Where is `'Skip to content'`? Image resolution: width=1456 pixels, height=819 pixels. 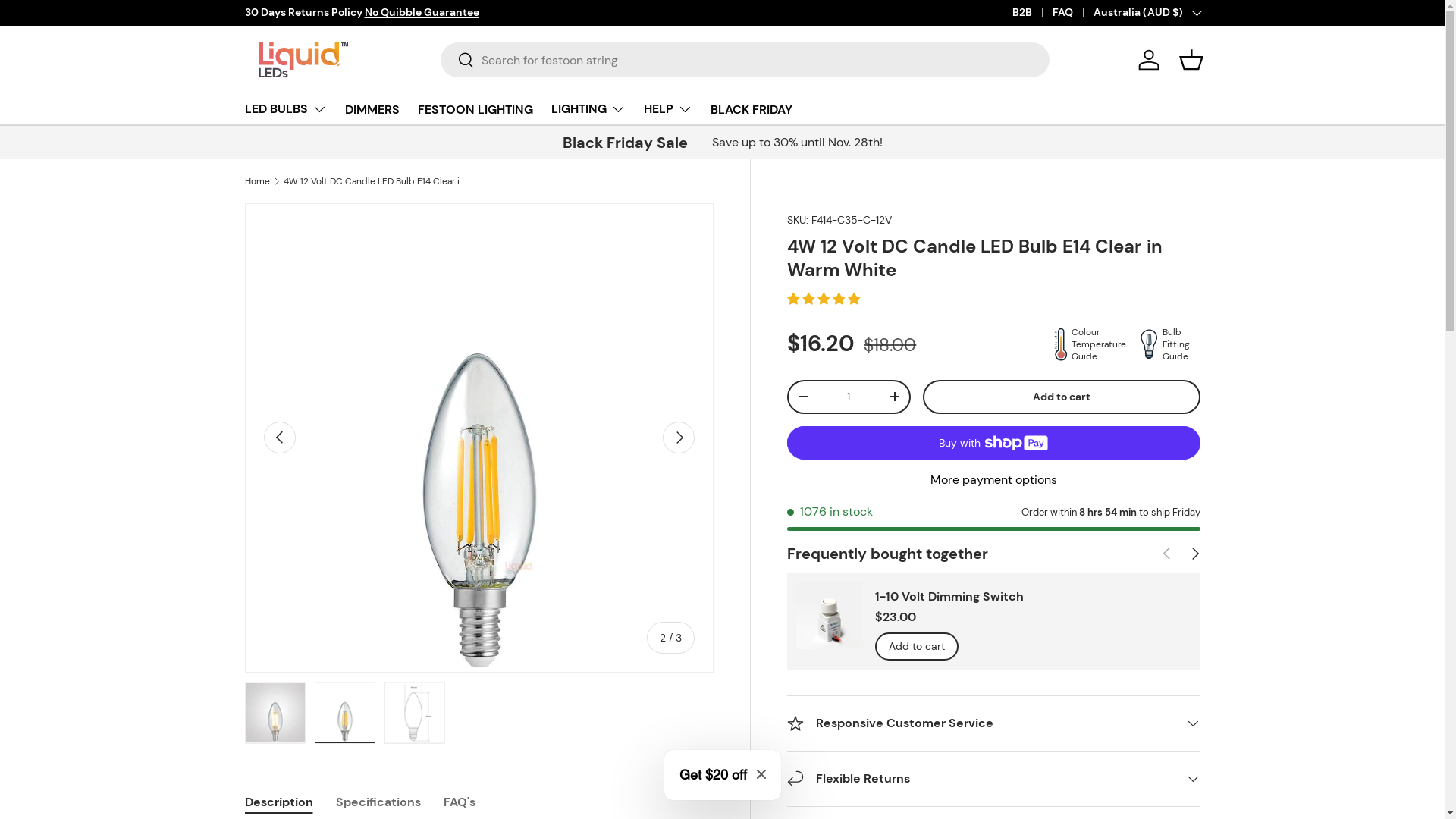
'Skip to content' is located at coordinates (68, 22).